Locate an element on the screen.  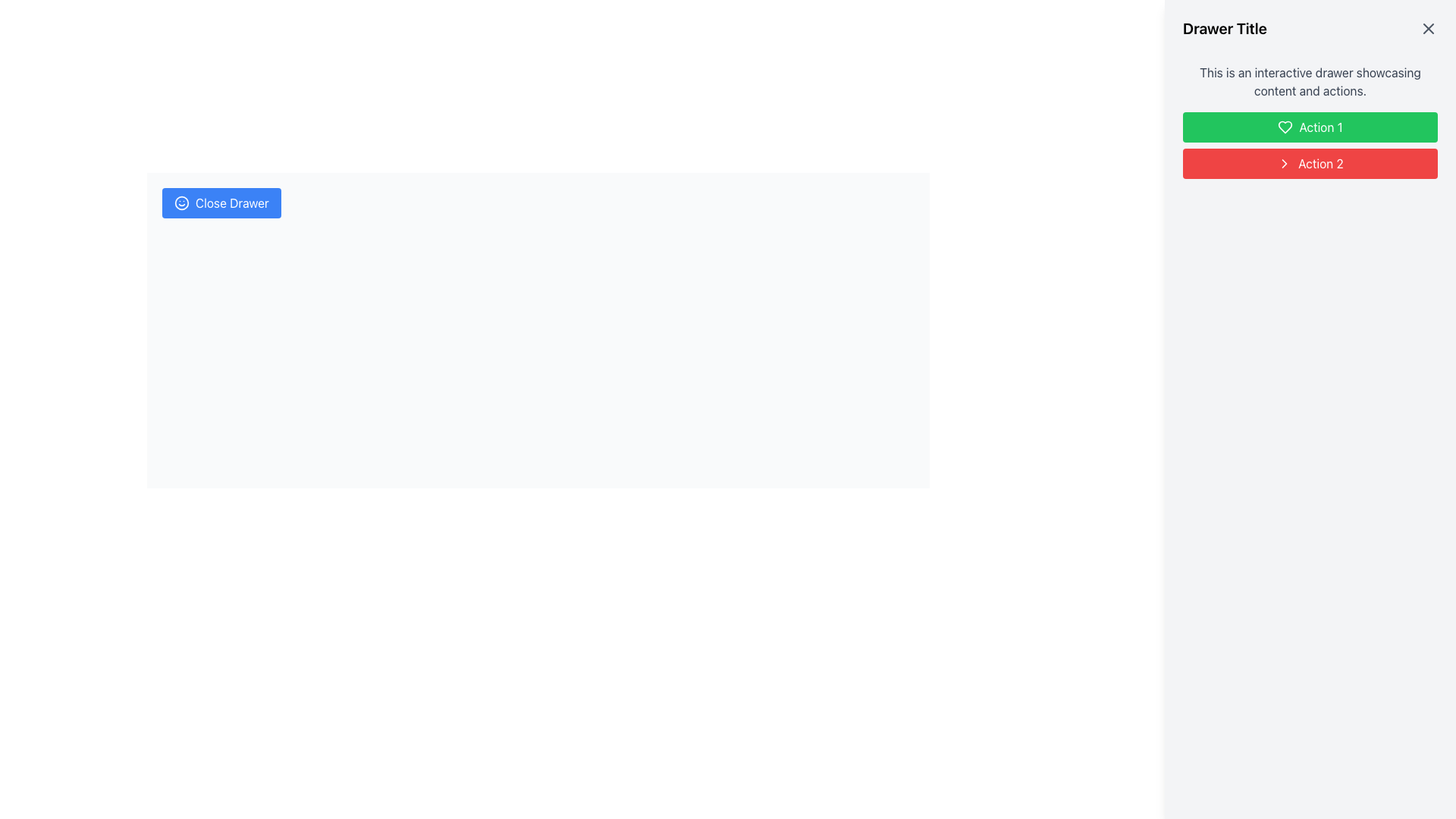
the right-facing arrow icon within the 'Action 2' button, which has a red background and is located in the top-right corner of the interface is located at coordinates (1284, 164).